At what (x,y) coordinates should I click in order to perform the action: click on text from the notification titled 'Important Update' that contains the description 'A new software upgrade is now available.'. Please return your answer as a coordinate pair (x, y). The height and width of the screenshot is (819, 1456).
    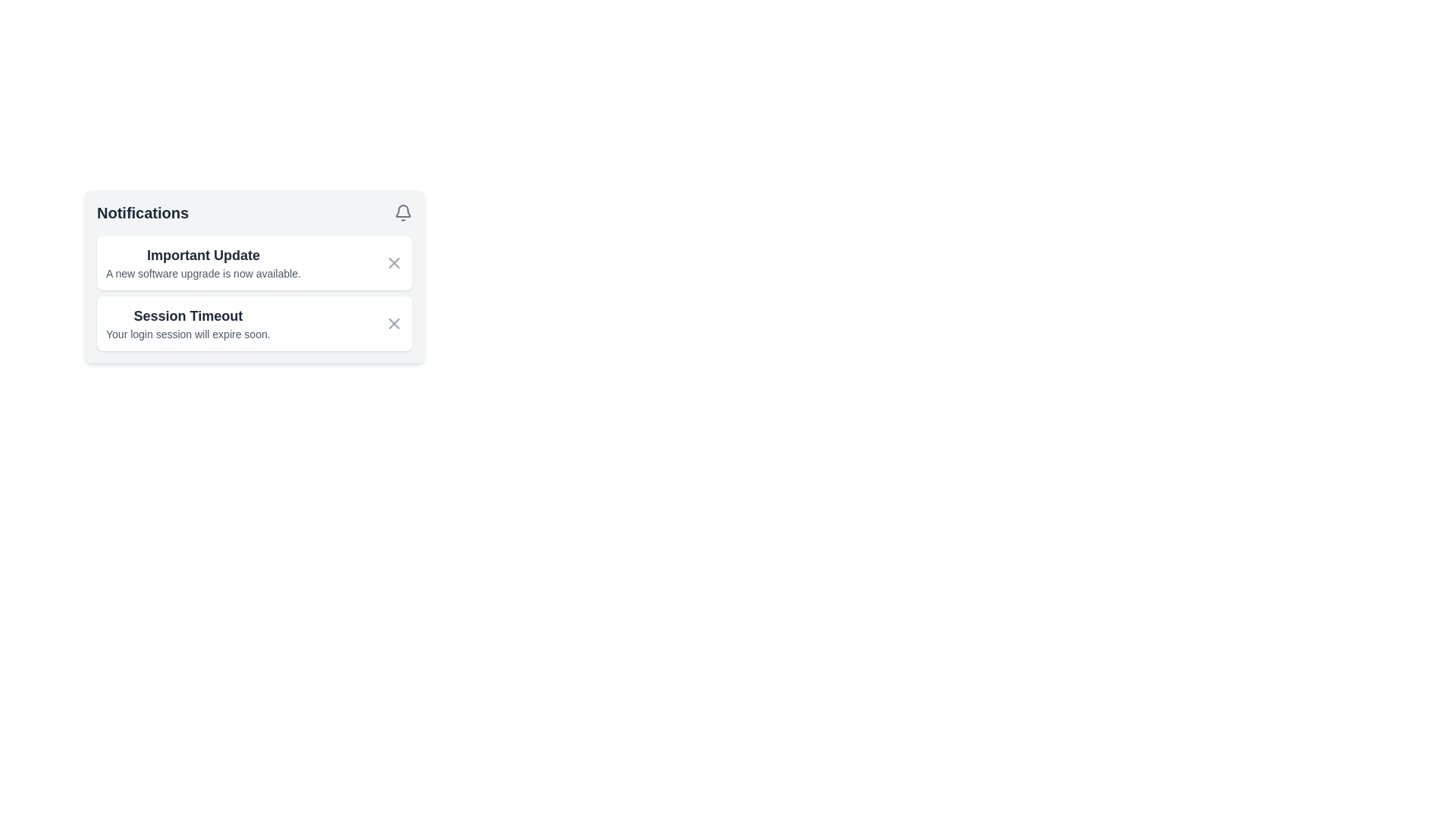
    Looking at the image, I should click on (202, 262).